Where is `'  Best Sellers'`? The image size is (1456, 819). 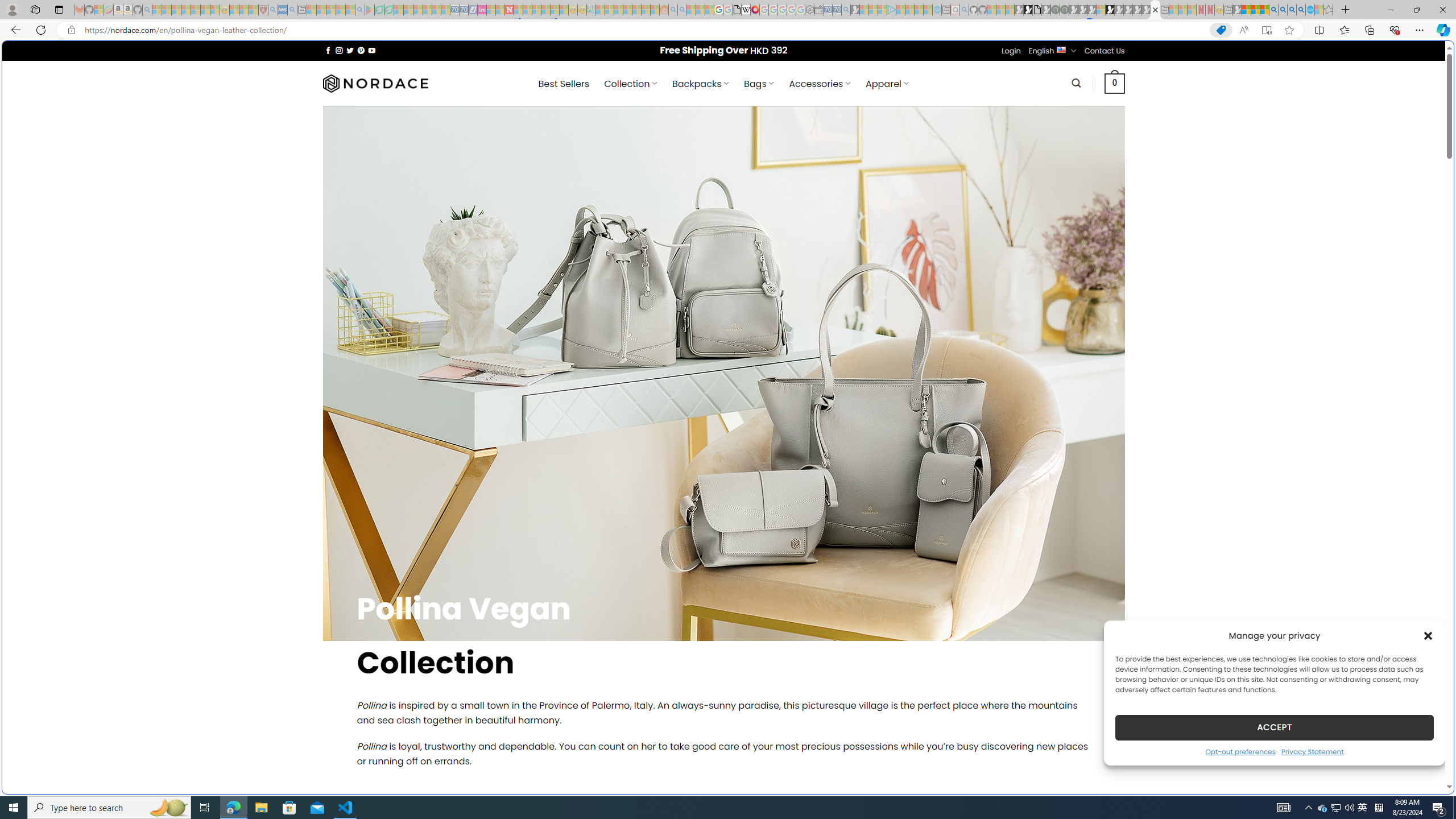 '  Best Sellers' is located at coordinates (564, 83).